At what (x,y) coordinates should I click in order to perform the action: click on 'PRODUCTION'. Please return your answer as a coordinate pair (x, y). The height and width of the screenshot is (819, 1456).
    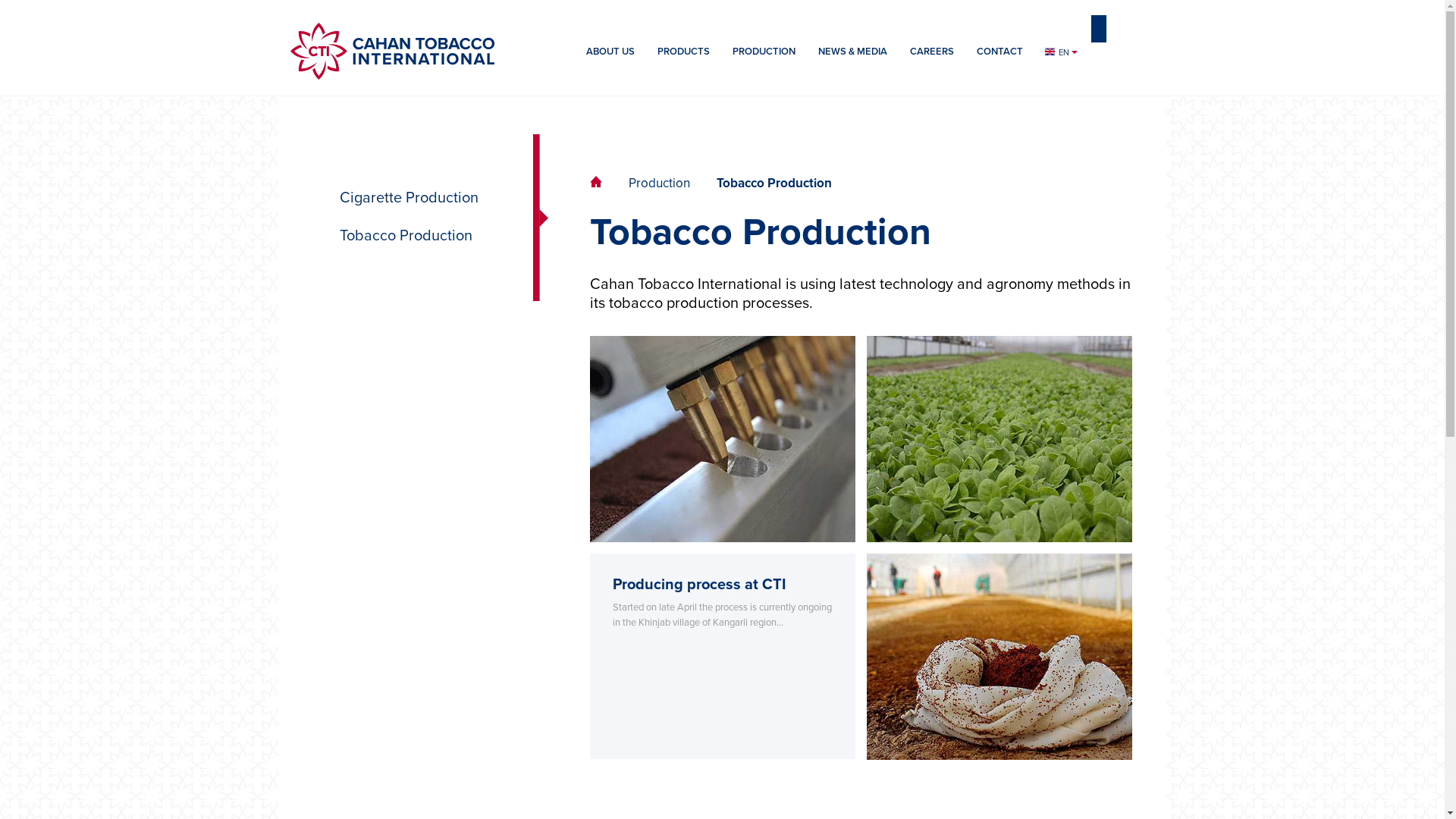
    Looking at the image, I should click on (763, 58).